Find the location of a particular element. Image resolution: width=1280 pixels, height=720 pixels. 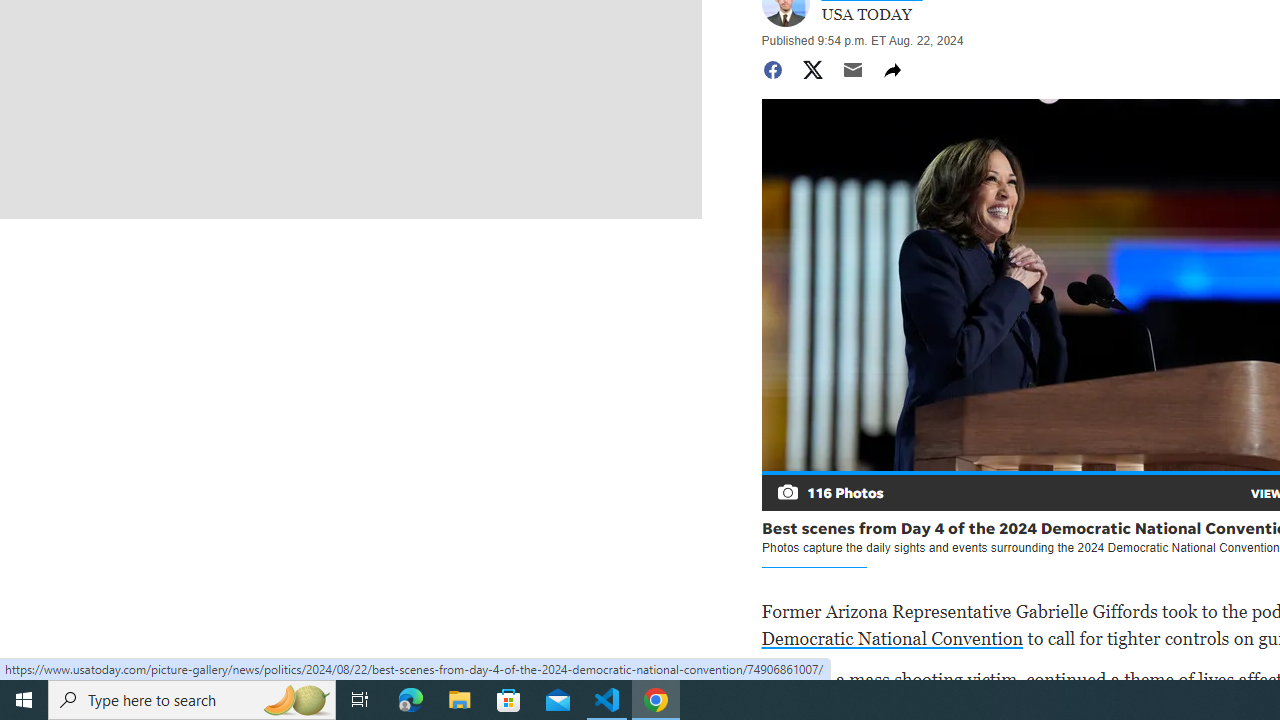

'Share to Facebook' is located at coordinates (771, 68).